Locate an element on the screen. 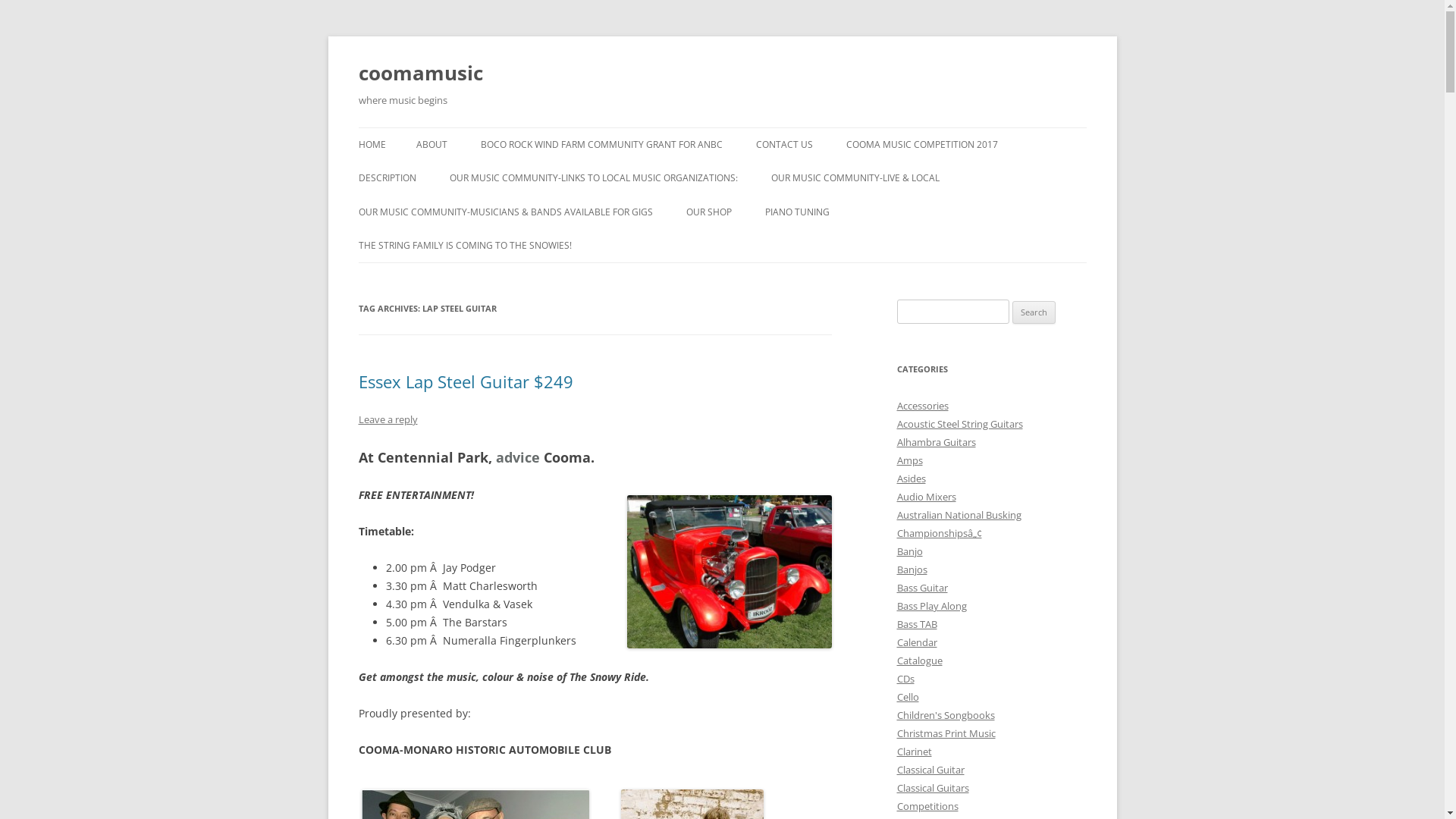 Image resolution: width=1456 pixels, height=819 pixels. 'OUR MUSIC COMMUNITY-LIVE & LOCAL' is located at coordinates (855, 177).